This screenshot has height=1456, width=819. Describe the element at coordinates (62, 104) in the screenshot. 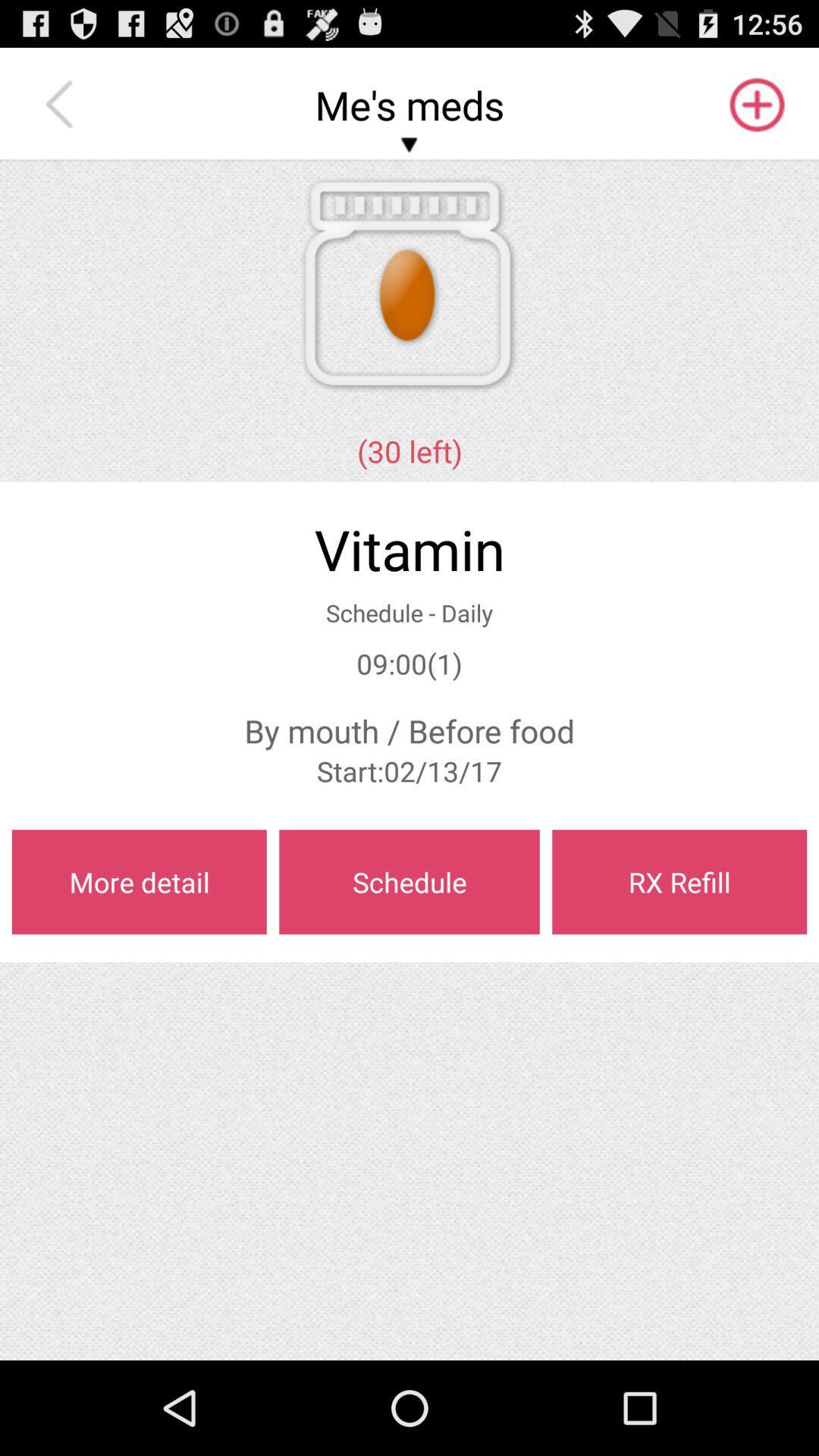

I see `the item at the top left corner` at that location.